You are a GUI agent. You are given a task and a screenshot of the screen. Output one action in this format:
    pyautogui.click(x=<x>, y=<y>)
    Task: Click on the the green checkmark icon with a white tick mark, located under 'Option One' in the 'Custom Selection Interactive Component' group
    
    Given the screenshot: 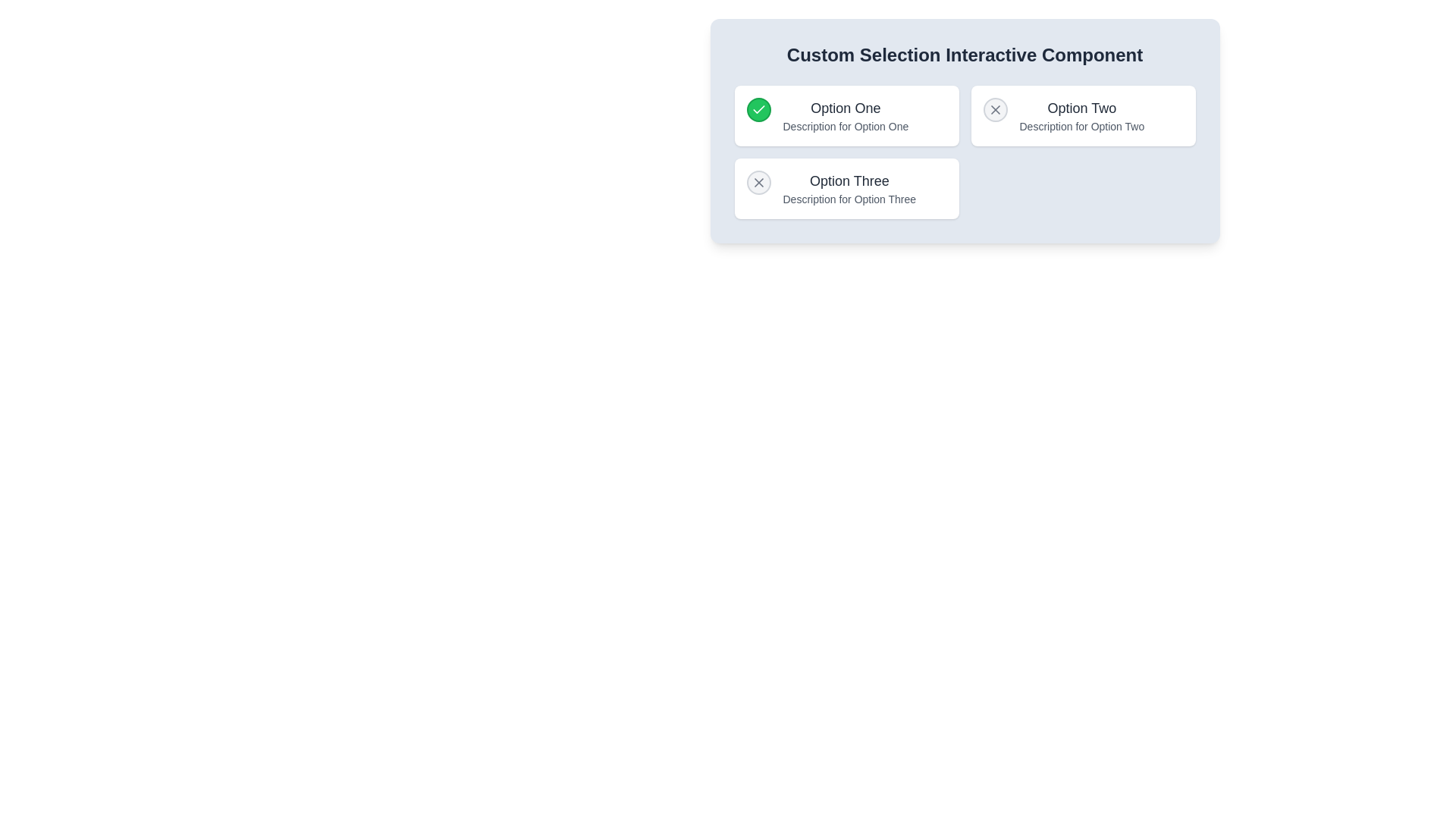 What is the action you would take?
    pyautogui.click(x=758, y=108)
    